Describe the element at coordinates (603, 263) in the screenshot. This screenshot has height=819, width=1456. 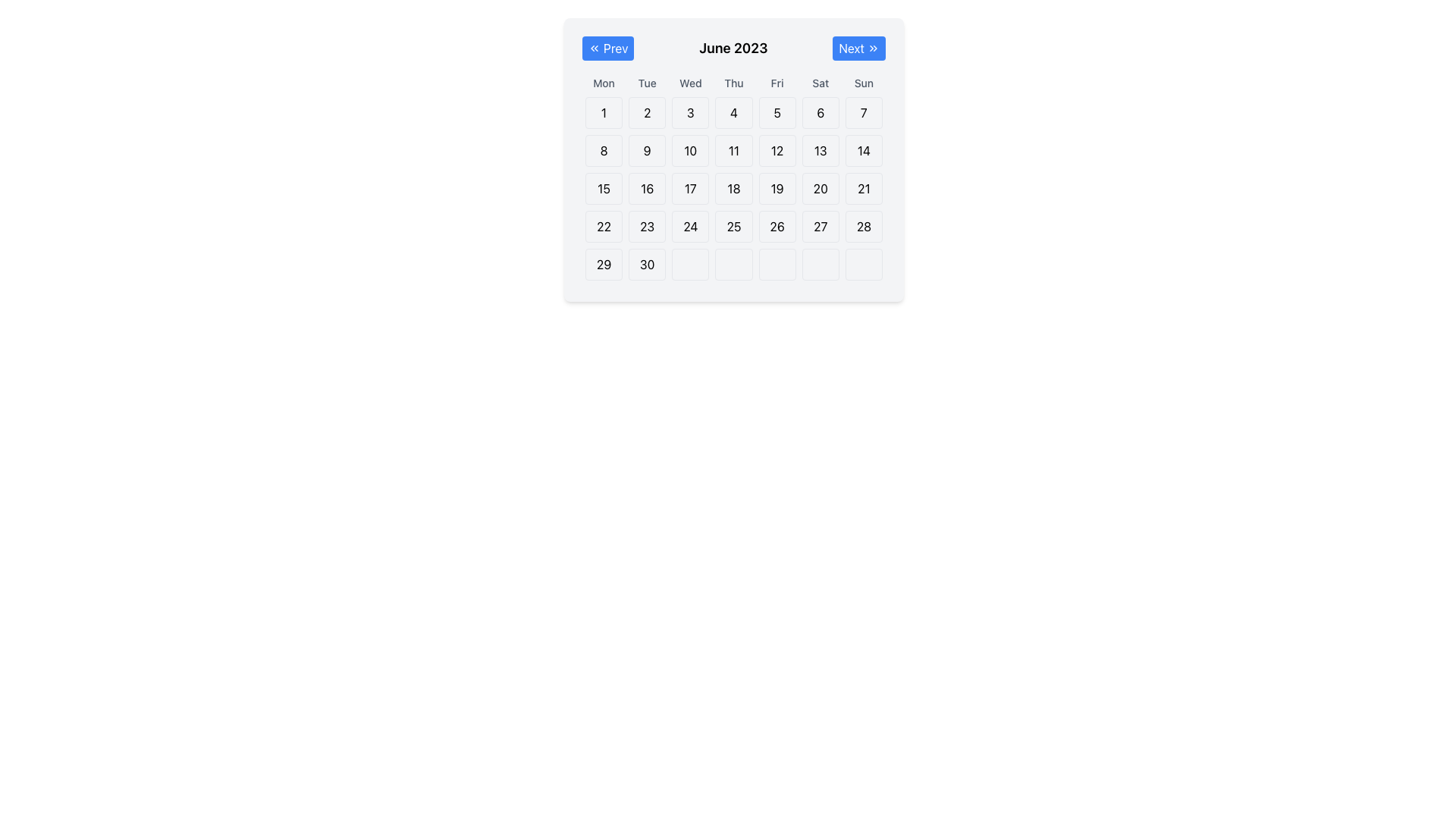
I see `the rounded square button labeled '29'` at that location.